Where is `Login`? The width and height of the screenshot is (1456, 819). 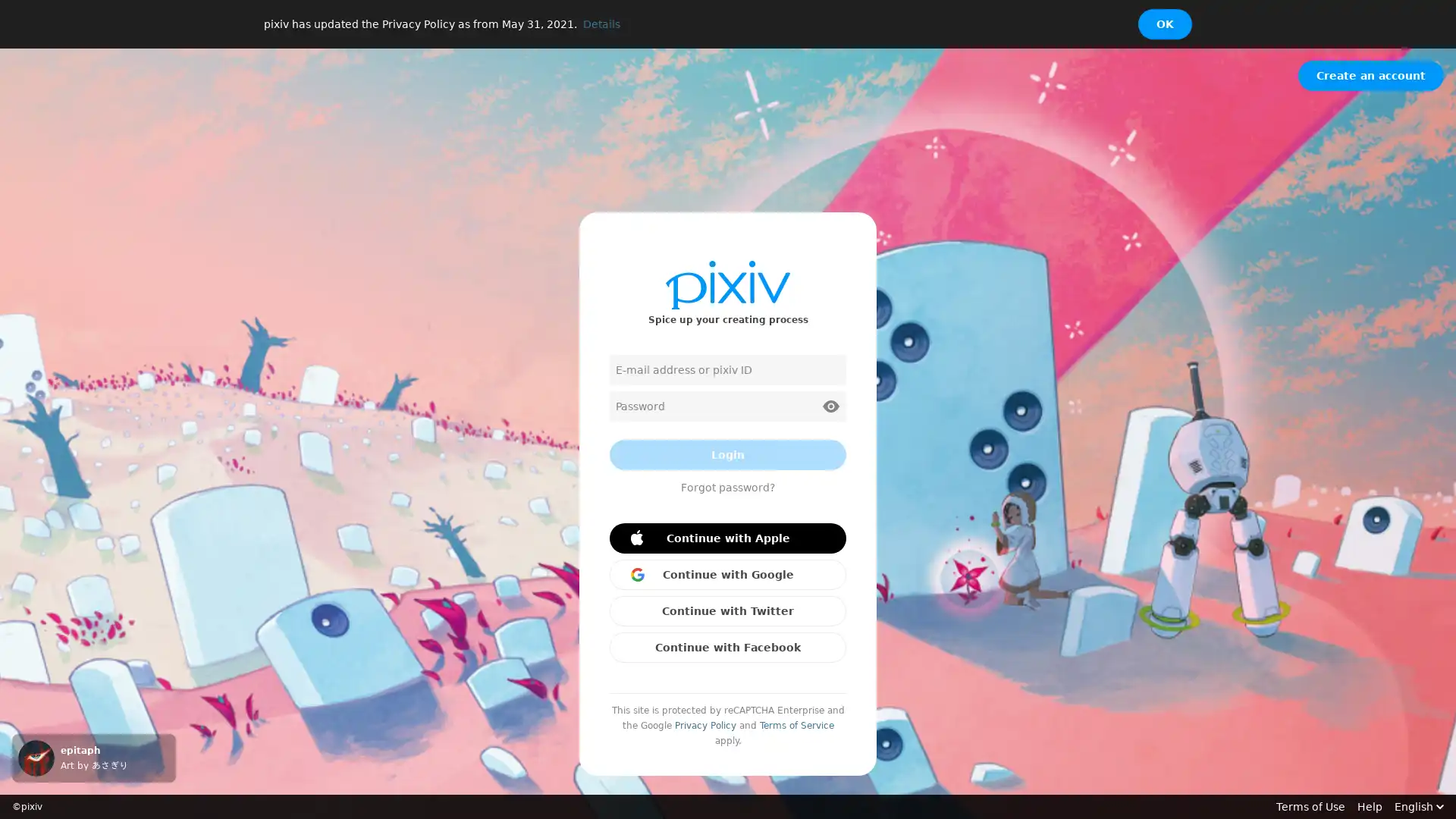
Login is located at coordinates (728, 454).